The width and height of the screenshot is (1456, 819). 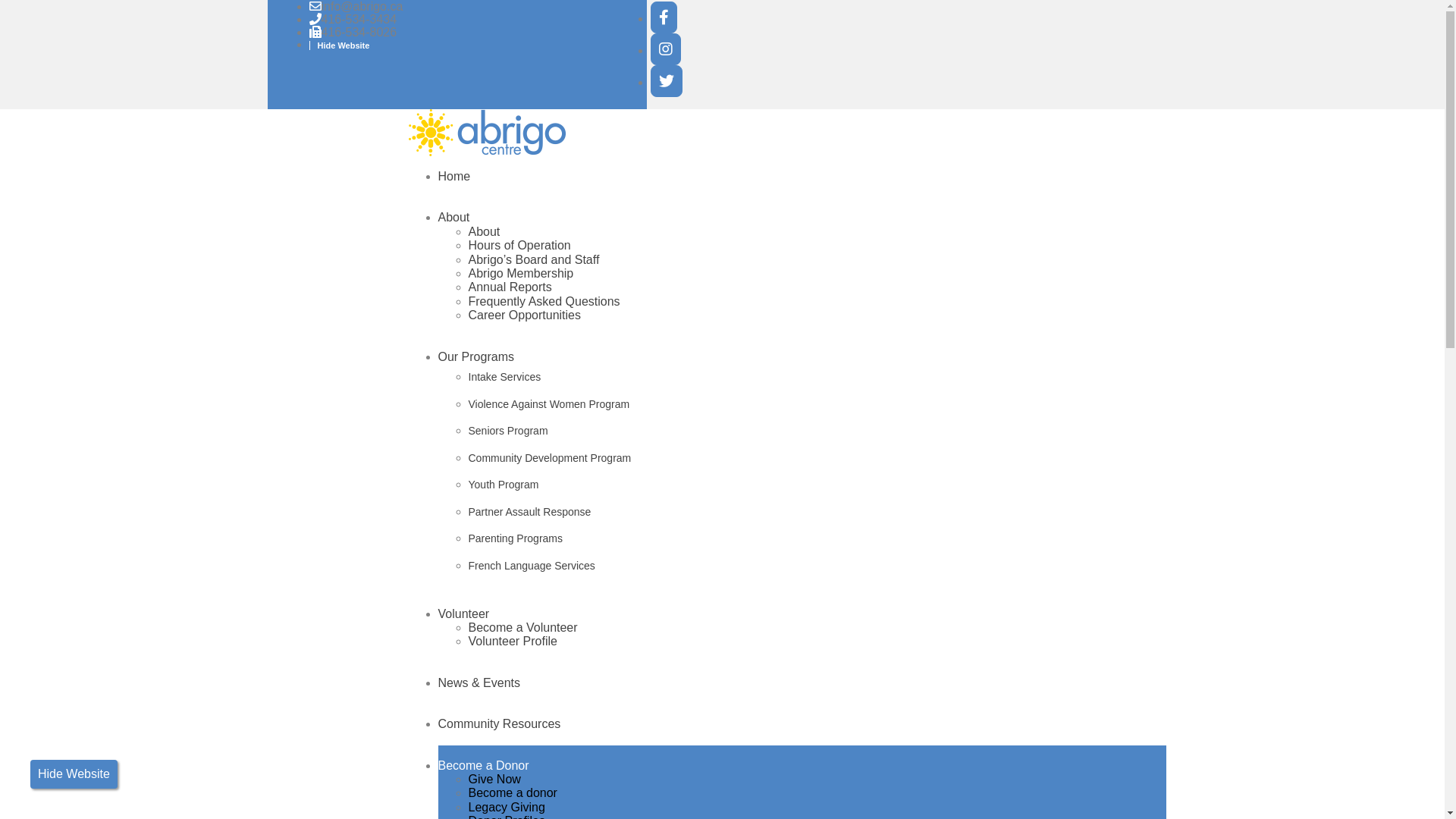 What do you see at coordinates (544, 301) in the screenshot?
I see `'Frequently Asked Questions'` at bounding box center [544, 301].